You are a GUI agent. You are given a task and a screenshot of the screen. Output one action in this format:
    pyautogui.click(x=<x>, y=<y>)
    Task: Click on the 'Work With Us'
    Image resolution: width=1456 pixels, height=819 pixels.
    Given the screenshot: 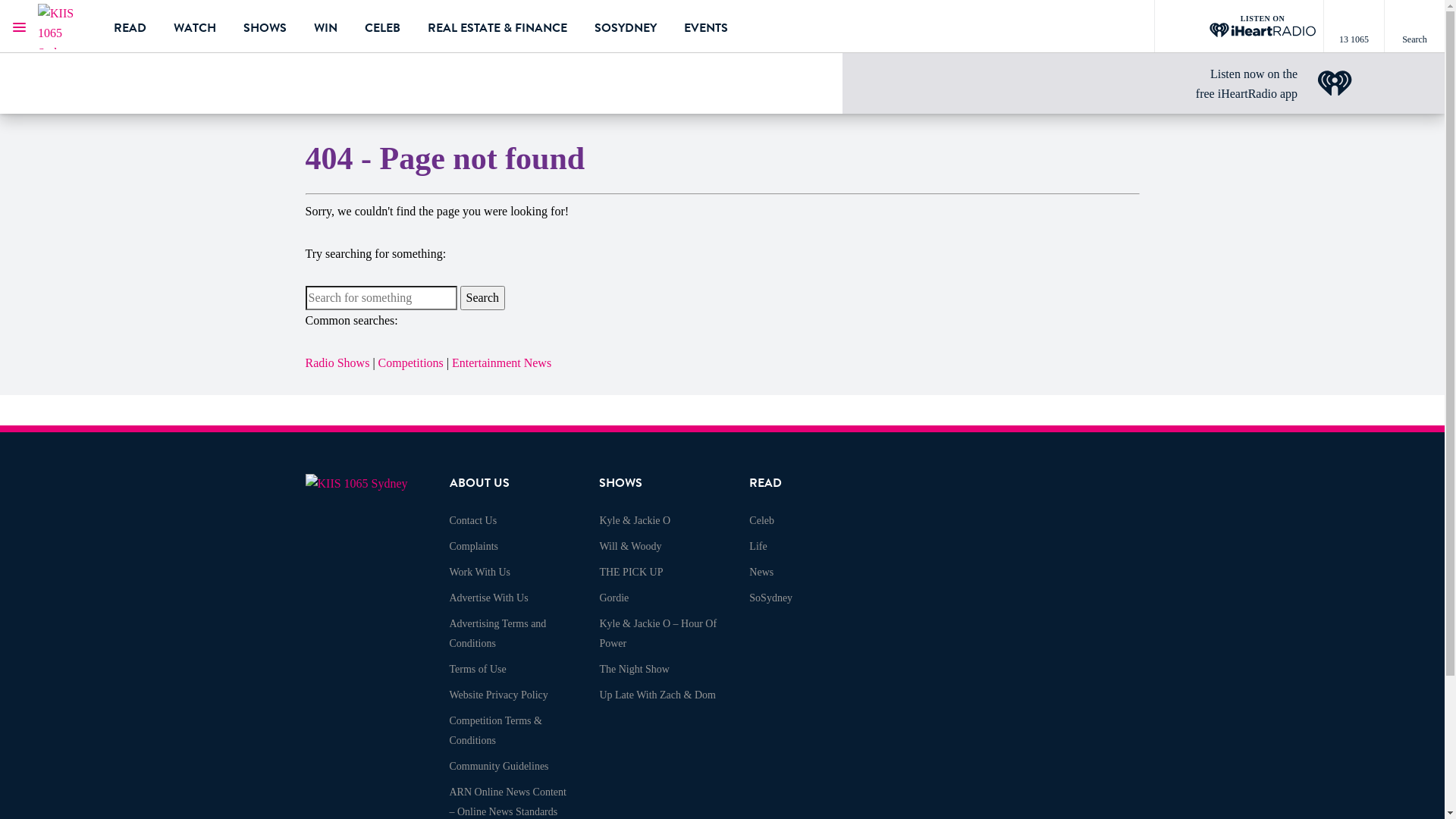 What is the action you would take?
    pyautogui.click(x=479, y=572)
    